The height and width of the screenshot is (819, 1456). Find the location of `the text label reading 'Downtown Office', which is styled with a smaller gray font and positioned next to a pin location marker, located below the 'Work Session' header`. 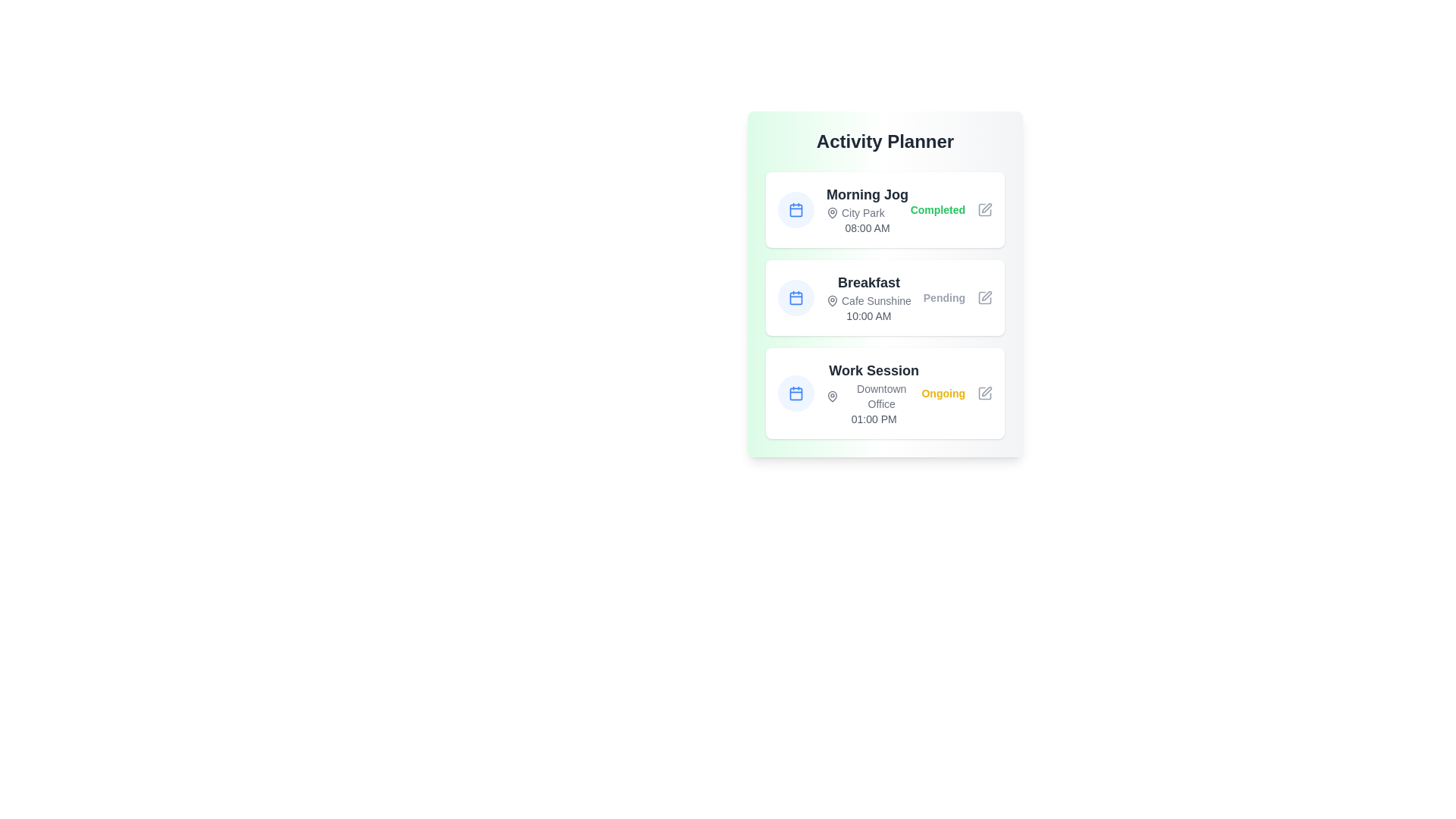

the text label reading 'Downtown Office', which is styled with a smaller gray font and positioned next to a pin location marker, located below the 'Work Session' header is located at coordinates (874, 396).